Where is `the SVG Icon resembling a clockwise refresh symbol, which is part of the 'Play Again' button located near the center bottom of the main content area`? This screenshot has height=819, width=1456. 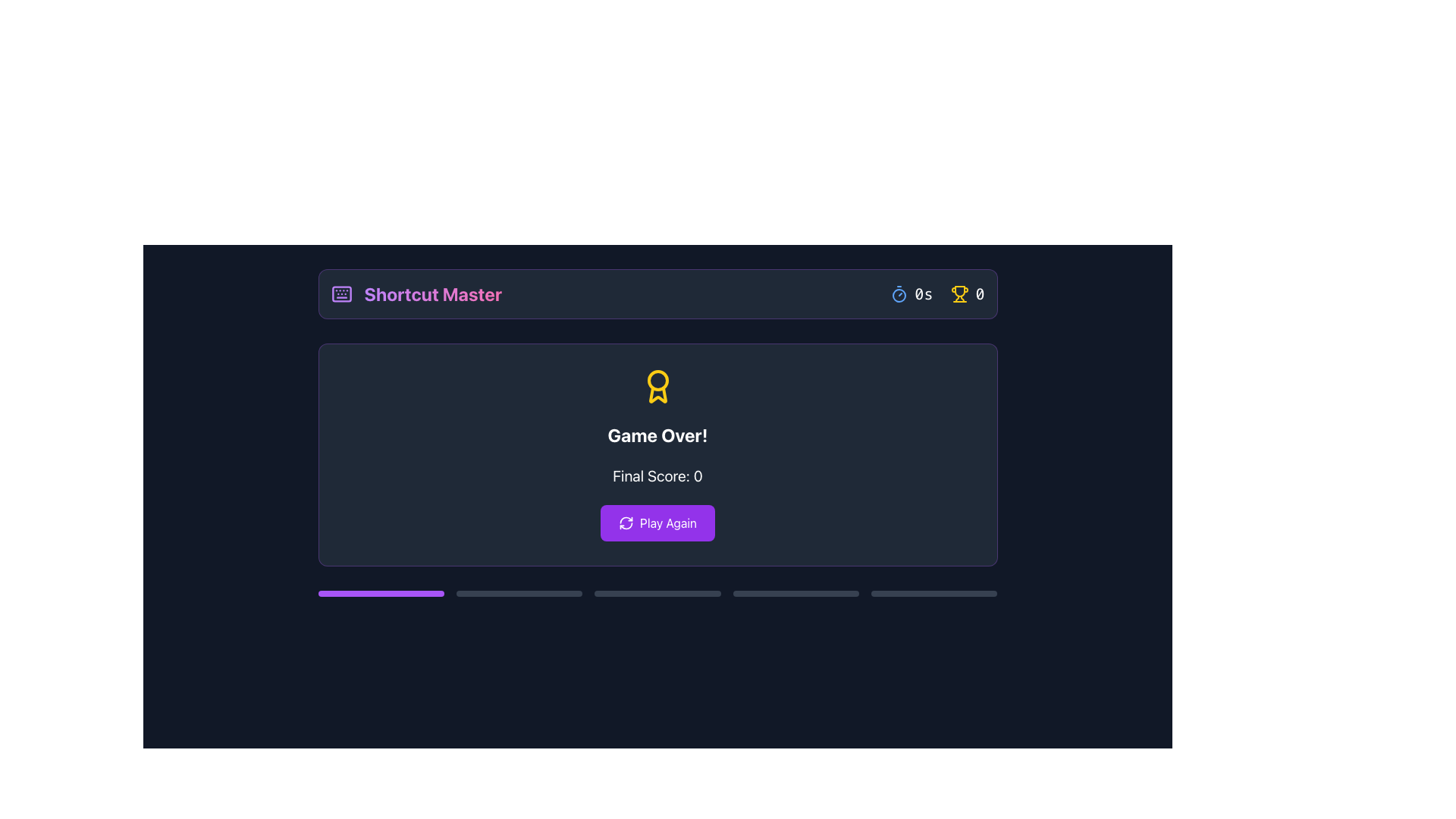
the SVG Icon resembling a clockwise refresh symbol, which is part of the 'Play Again' button located near the center bottom of the main content area is located at coordinates (626, 522).